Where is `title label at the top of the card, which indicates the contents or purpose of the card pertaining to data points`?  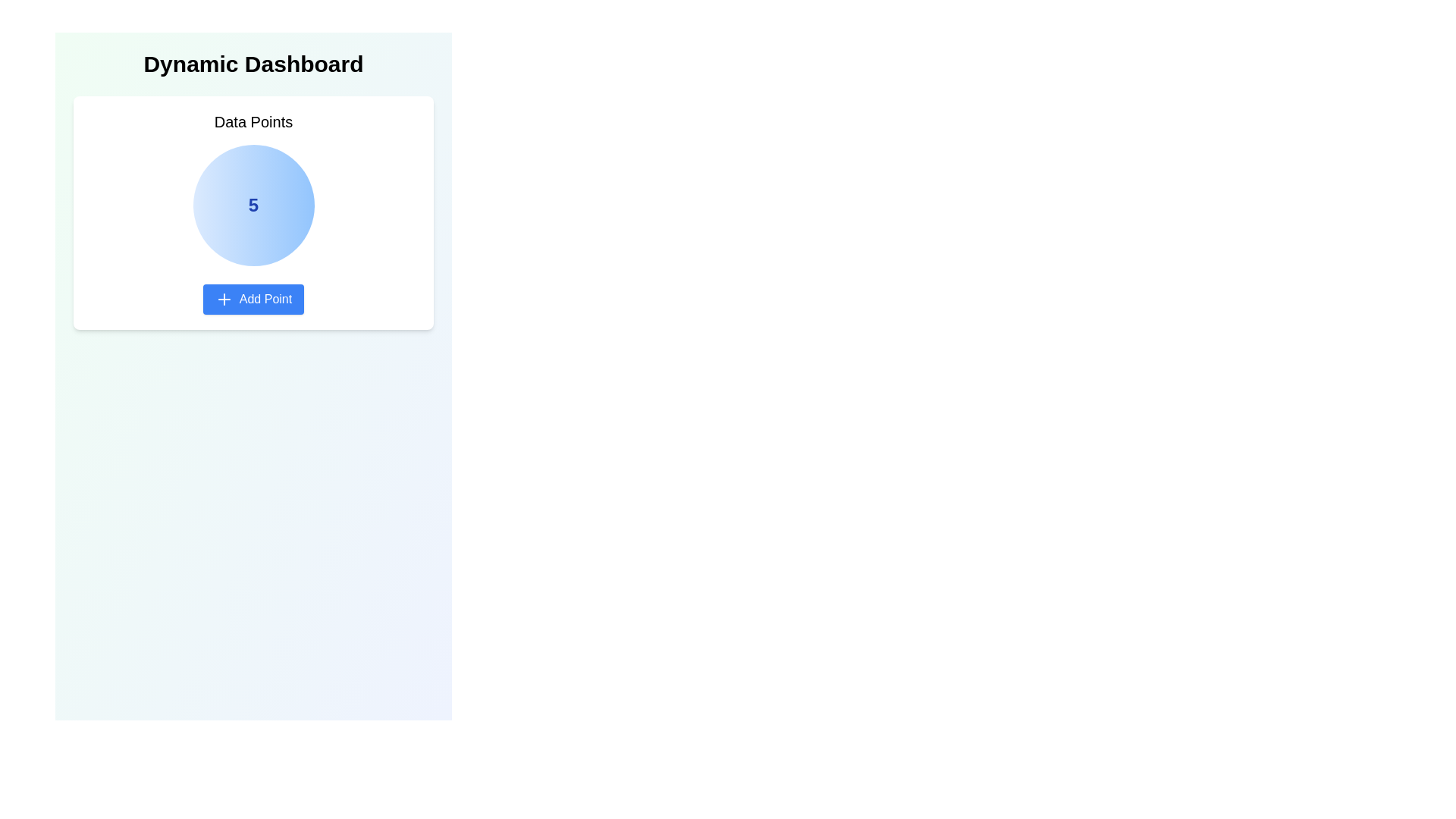 title label at the top of the card, which indicates the contents or purpose of the card pertaining to data points is located at coordinates (253, 121).